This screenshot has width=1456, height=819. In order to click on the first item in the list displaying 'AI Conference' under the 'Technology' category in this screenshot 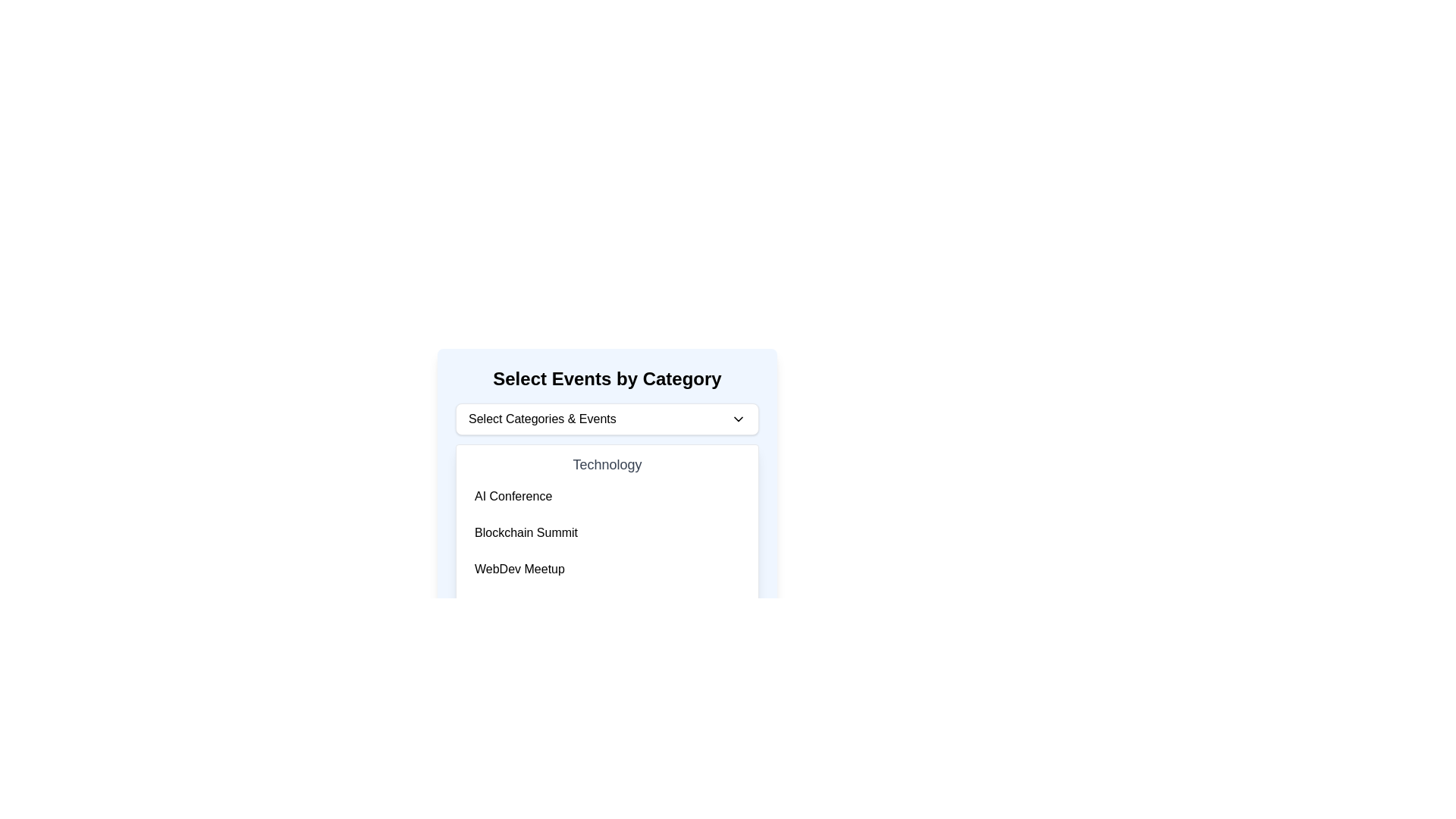, I will do `click(607, 497)`.